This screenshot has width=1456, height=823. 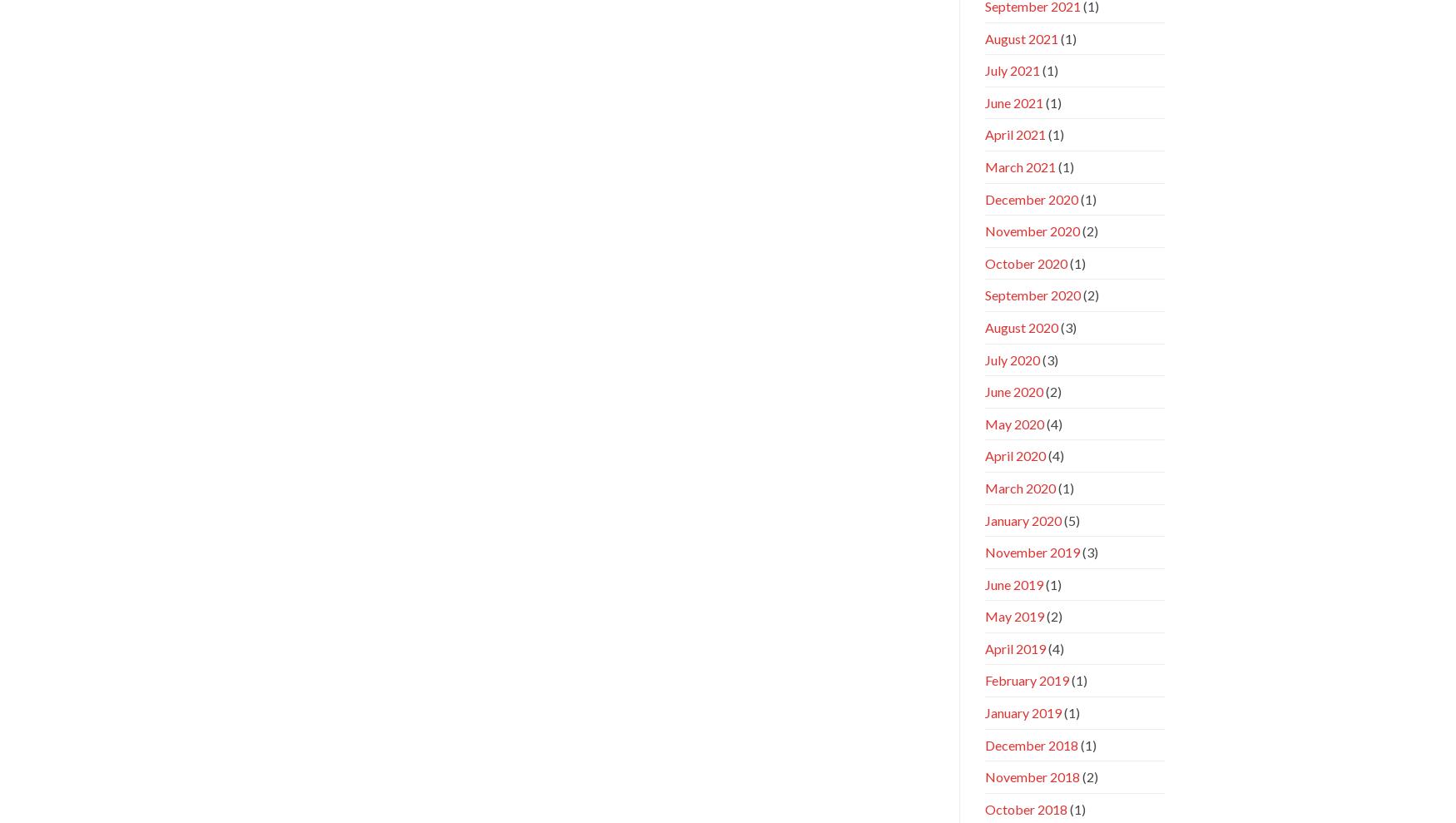 I want to click on 'November 2020', so click(x=983, y=231).